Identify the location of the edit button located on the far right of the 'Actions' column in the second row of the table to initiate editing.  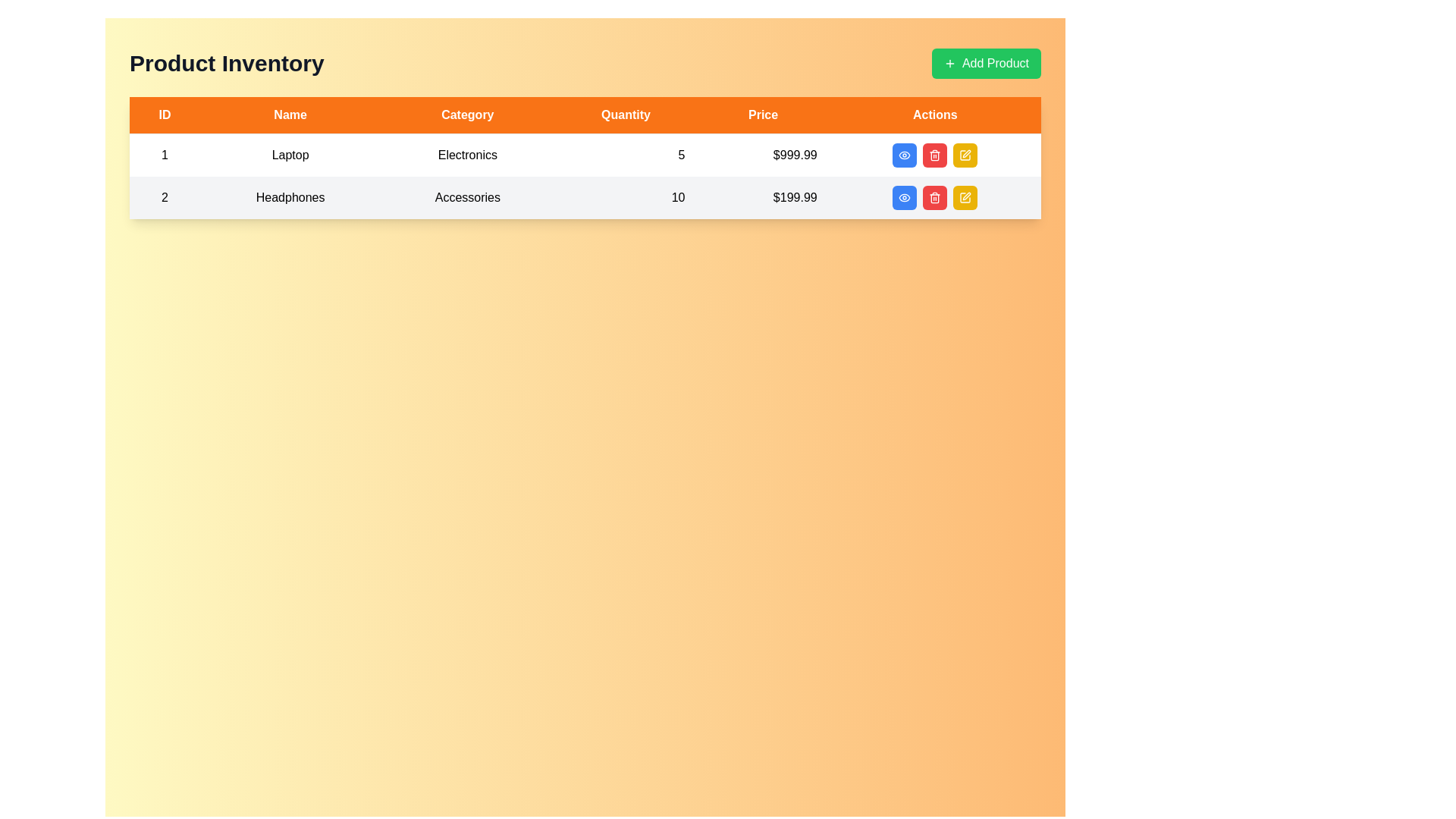
(965, 155).